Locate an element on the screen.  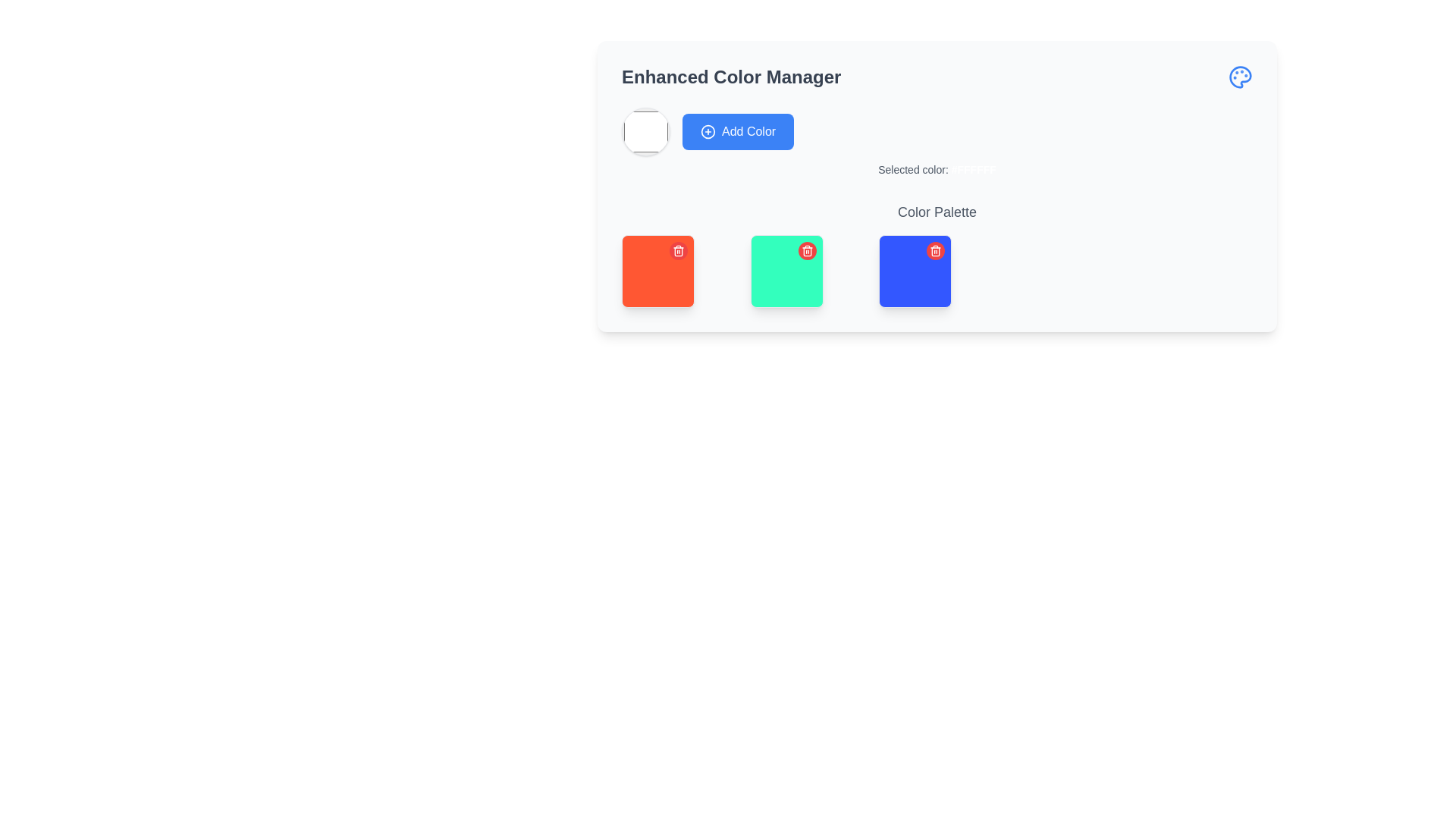
the Text display element that shows 'Selected color: #FFFFFF', which is positioned below the 'Add Color' section and displays the currently selected color is located at coordinates (937, 169).